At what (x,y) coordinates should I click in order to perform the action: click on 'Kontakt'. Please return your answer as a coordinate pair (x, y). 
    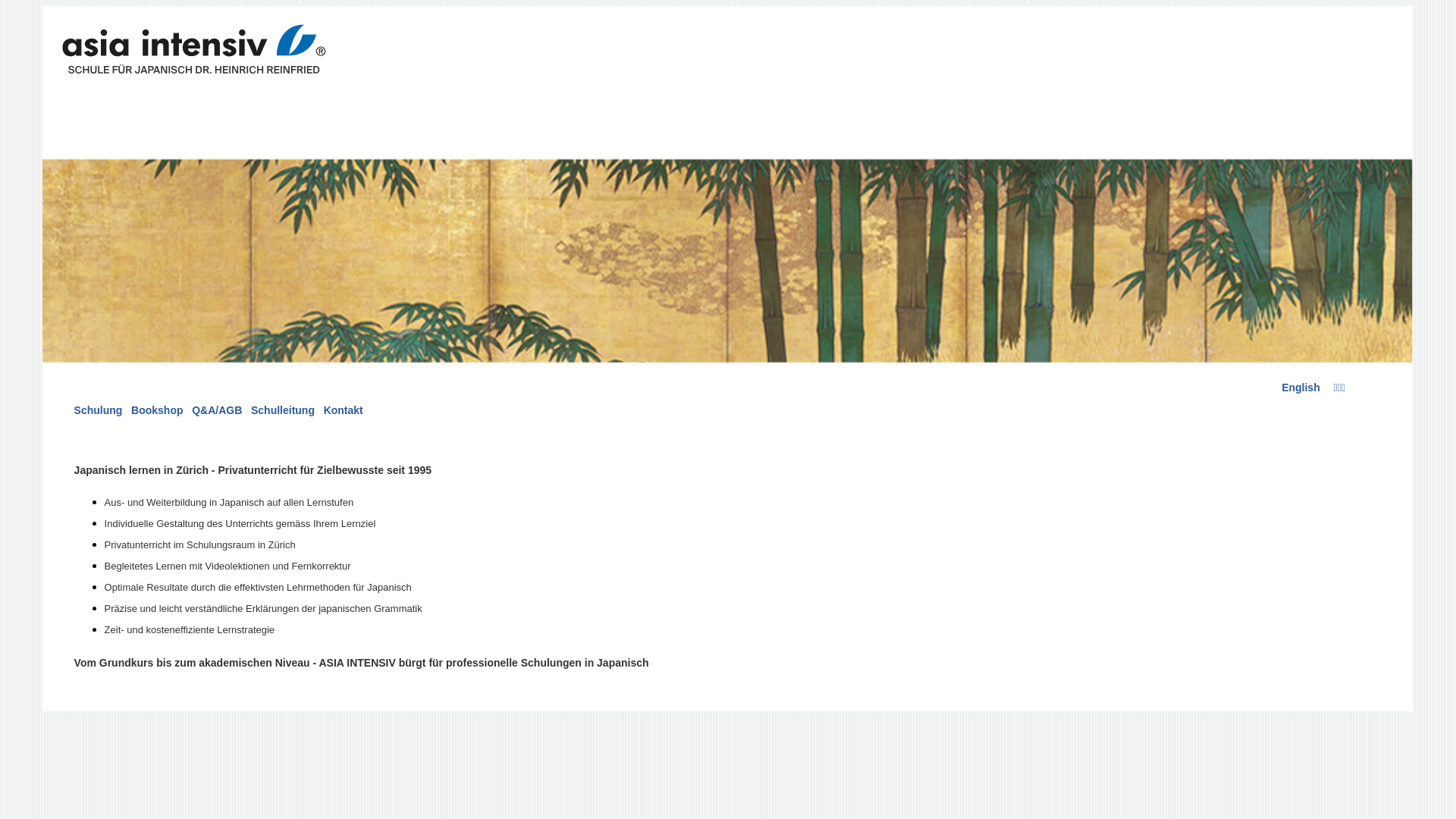
    Looking at the image, I should click on (342, 409).